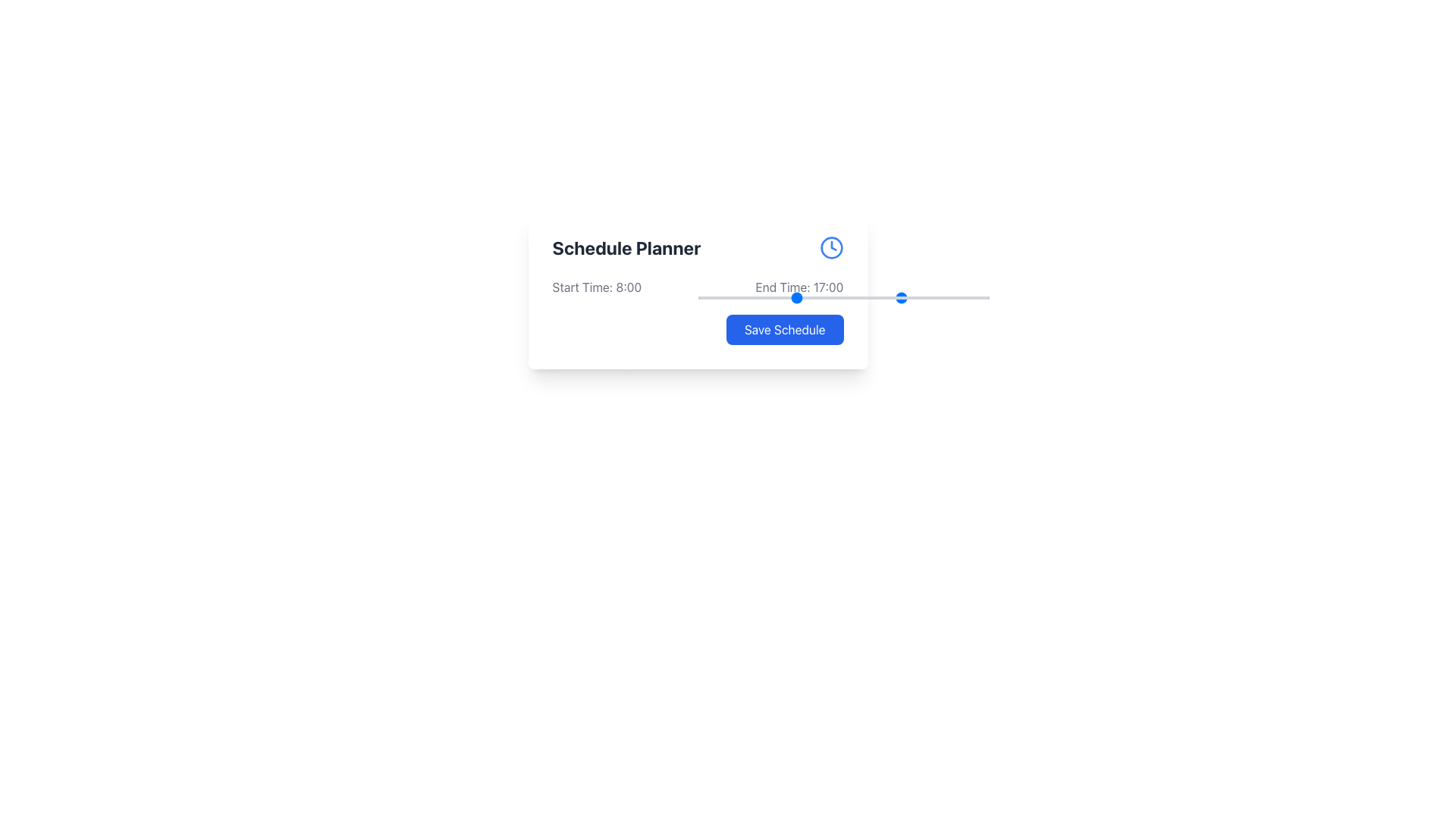  I want to click on the end time, so click(783, 298).